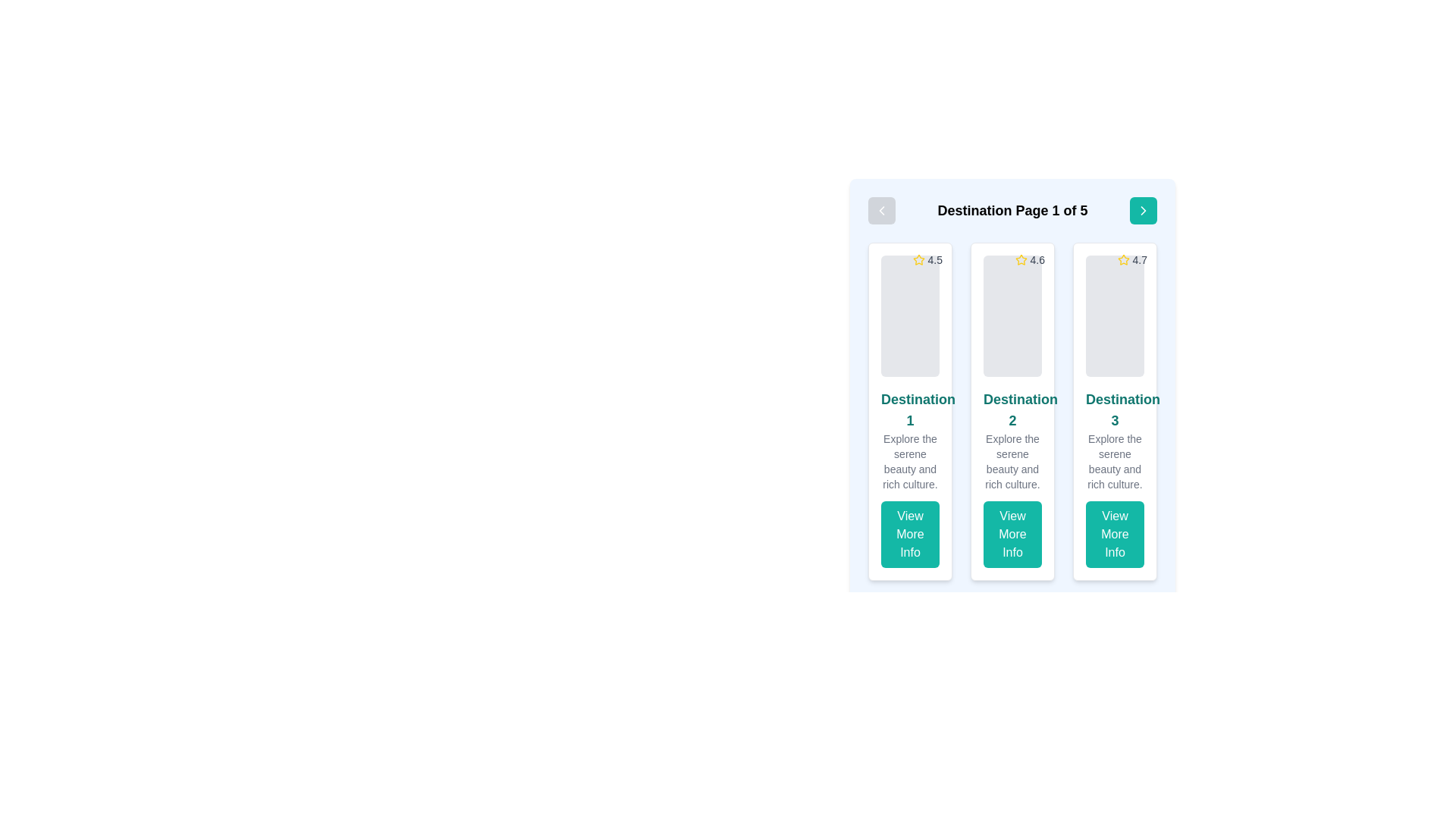 Image resolution: width=1456 pixels, height=819 pixels. I want to click on the navigational icon located at the top-right corner of the interface, near the label 'Destination Page 1 of 5', so click(1143, 210).